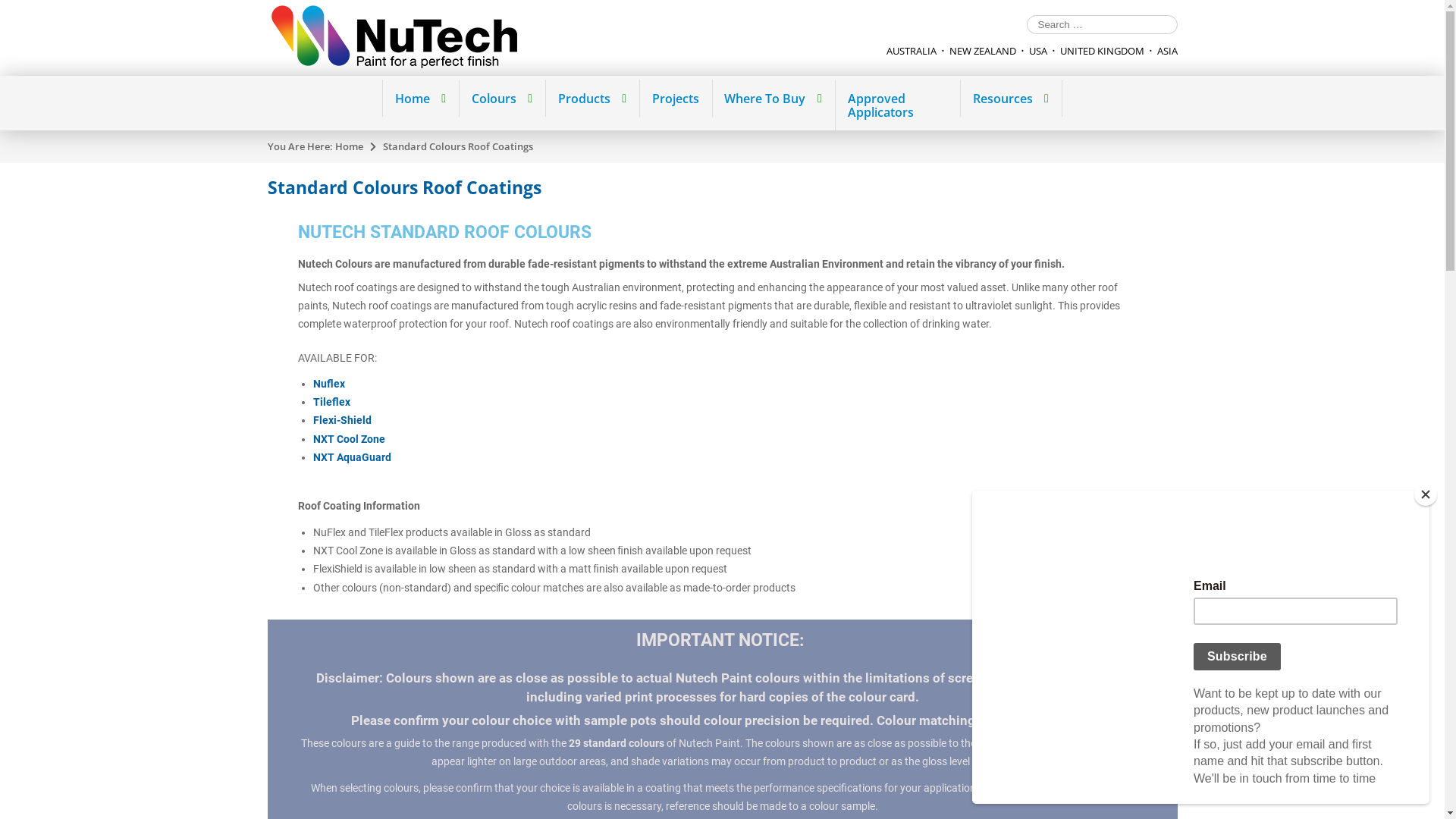 This screenshot has width=1456, height=819. I want to click on 'Tileflex', so click(330, 400).